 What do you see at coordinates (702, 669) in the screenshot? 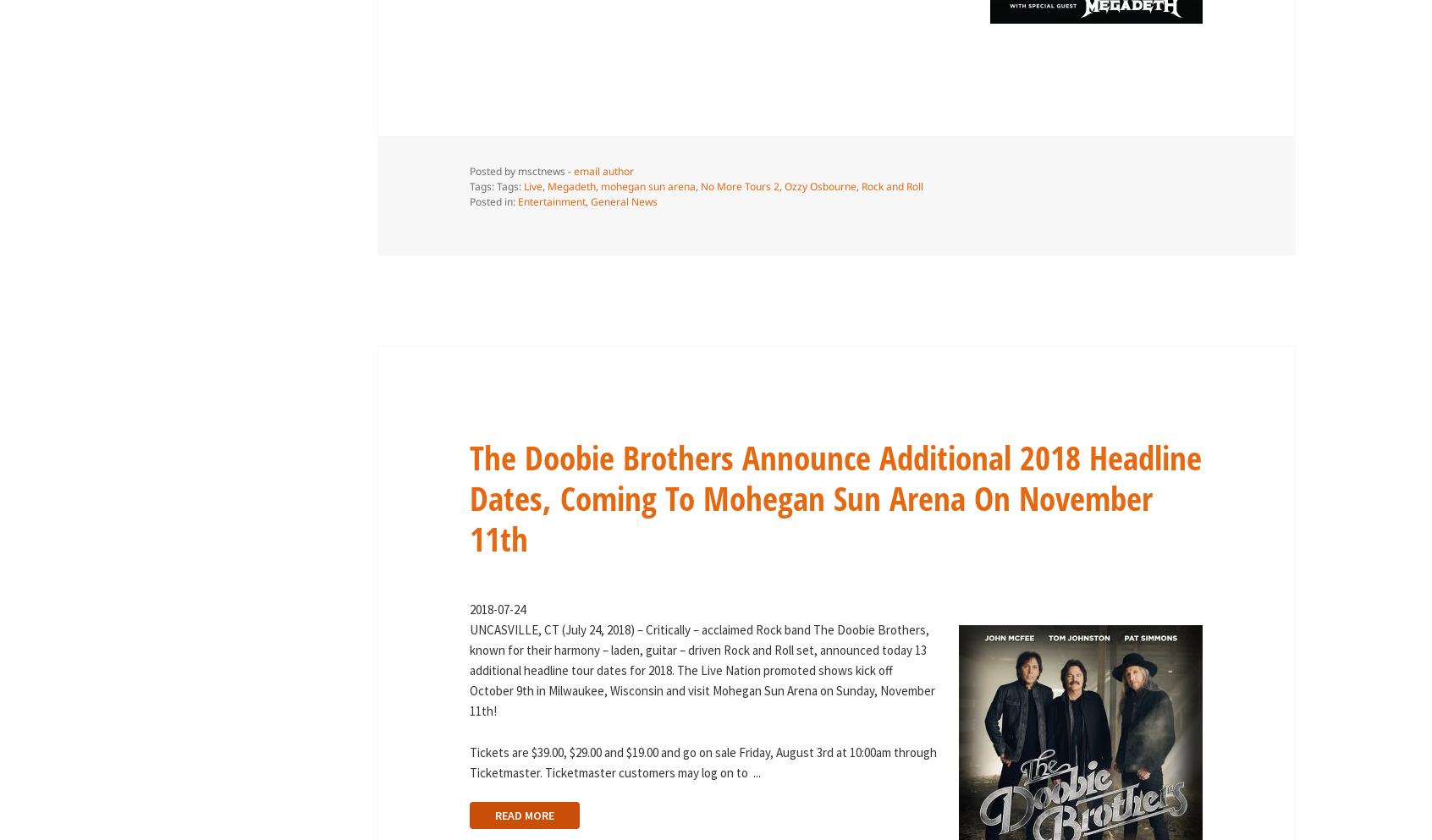
I see `'UNCASVILLE, CT (July 24, 2018) – Critically – acclaimed Rock band The Doobie Brothers, known for their harmony – laden, guitar – driven Rock and Roll set, announced today 13 additional headline tour dates for 2018. The Live Nation promoted shows kick off October 9th in Milwaukee, Wisconsin and visit Mohegan Sun Arena on Sunday, November 11th!'` at bounding box center [702, 669].